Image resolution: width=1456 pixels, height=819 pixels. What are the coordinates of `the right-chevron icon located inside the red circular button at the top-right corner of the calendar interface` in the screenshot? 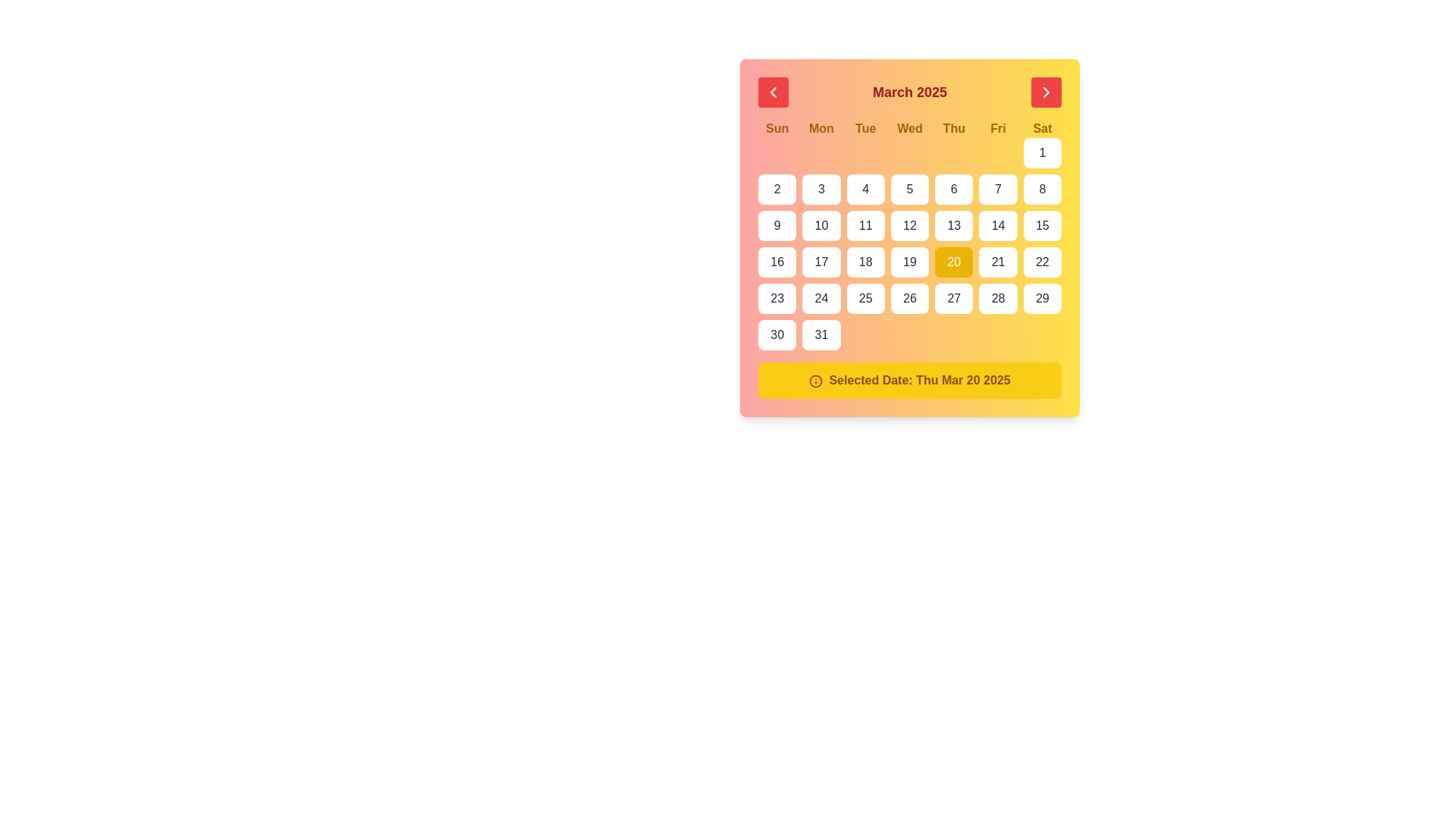 It's located at (1046, 93).